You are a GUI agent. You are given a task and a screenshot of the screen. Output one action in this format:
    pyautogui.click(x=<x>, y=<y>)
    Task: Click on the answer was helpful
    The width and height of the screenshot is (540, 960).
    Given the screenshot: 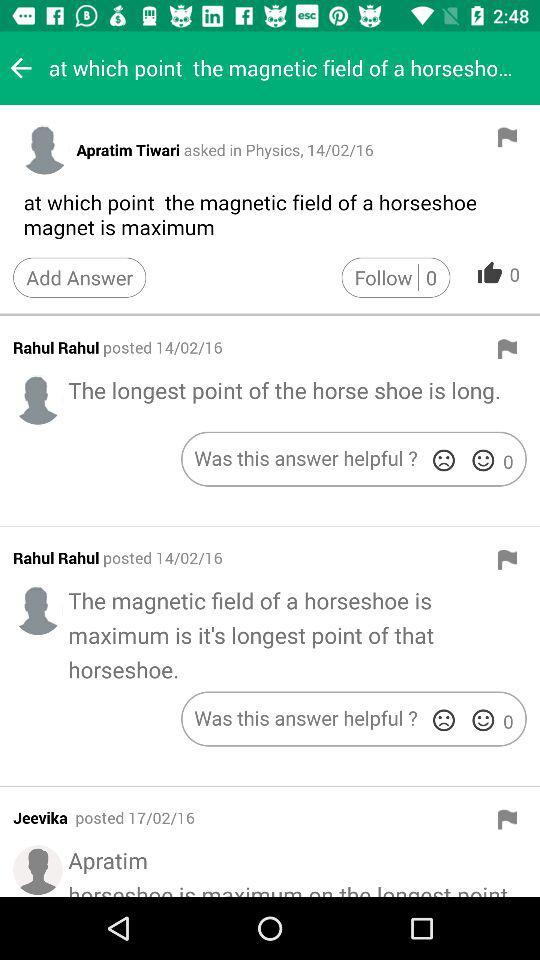 What is the action you would take?
    pyautogui.click(x=482, y=460)
    